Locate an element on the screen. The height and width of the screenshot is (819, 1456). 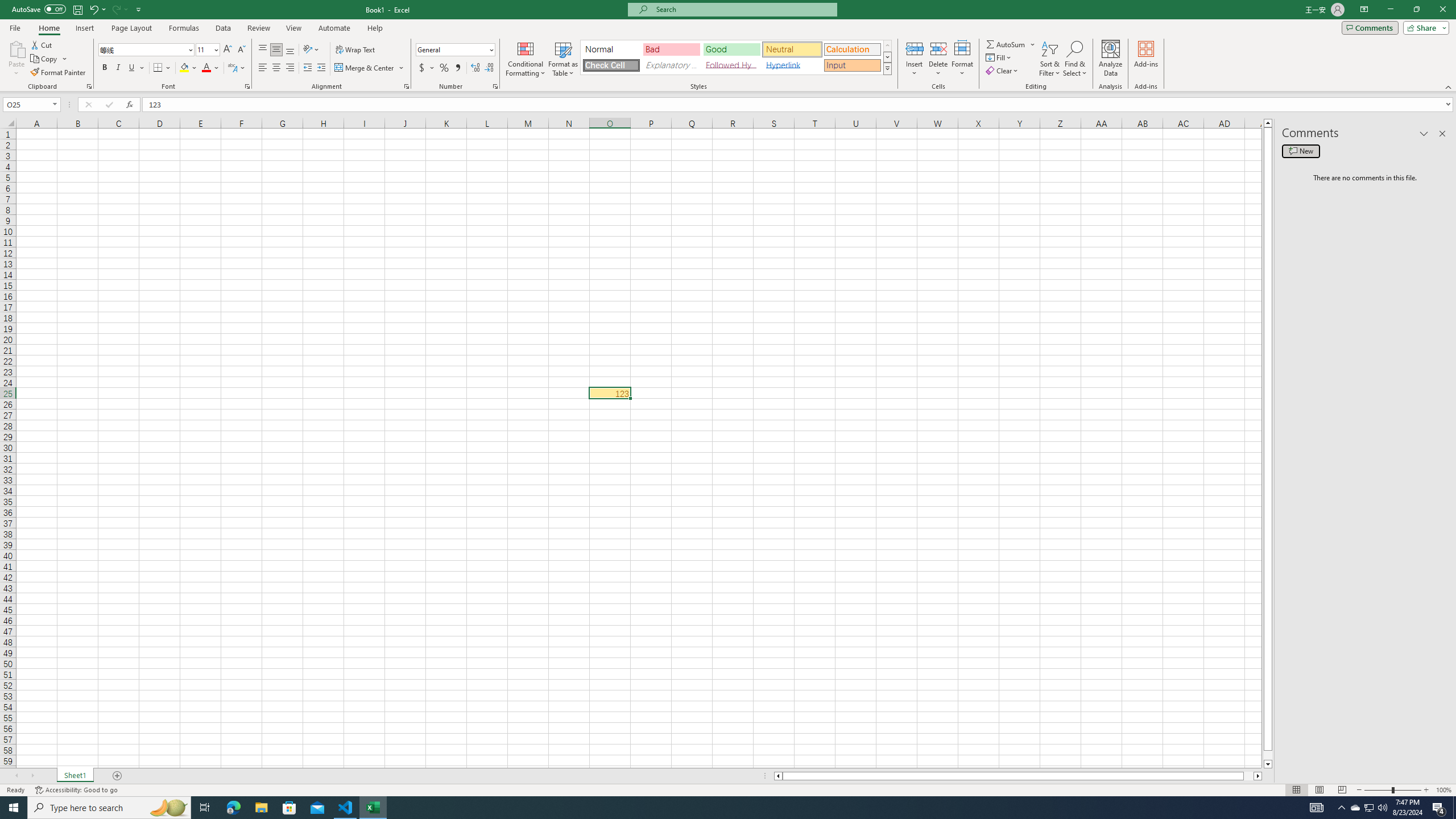
'Formulas' is located at coordinates (185, 28).